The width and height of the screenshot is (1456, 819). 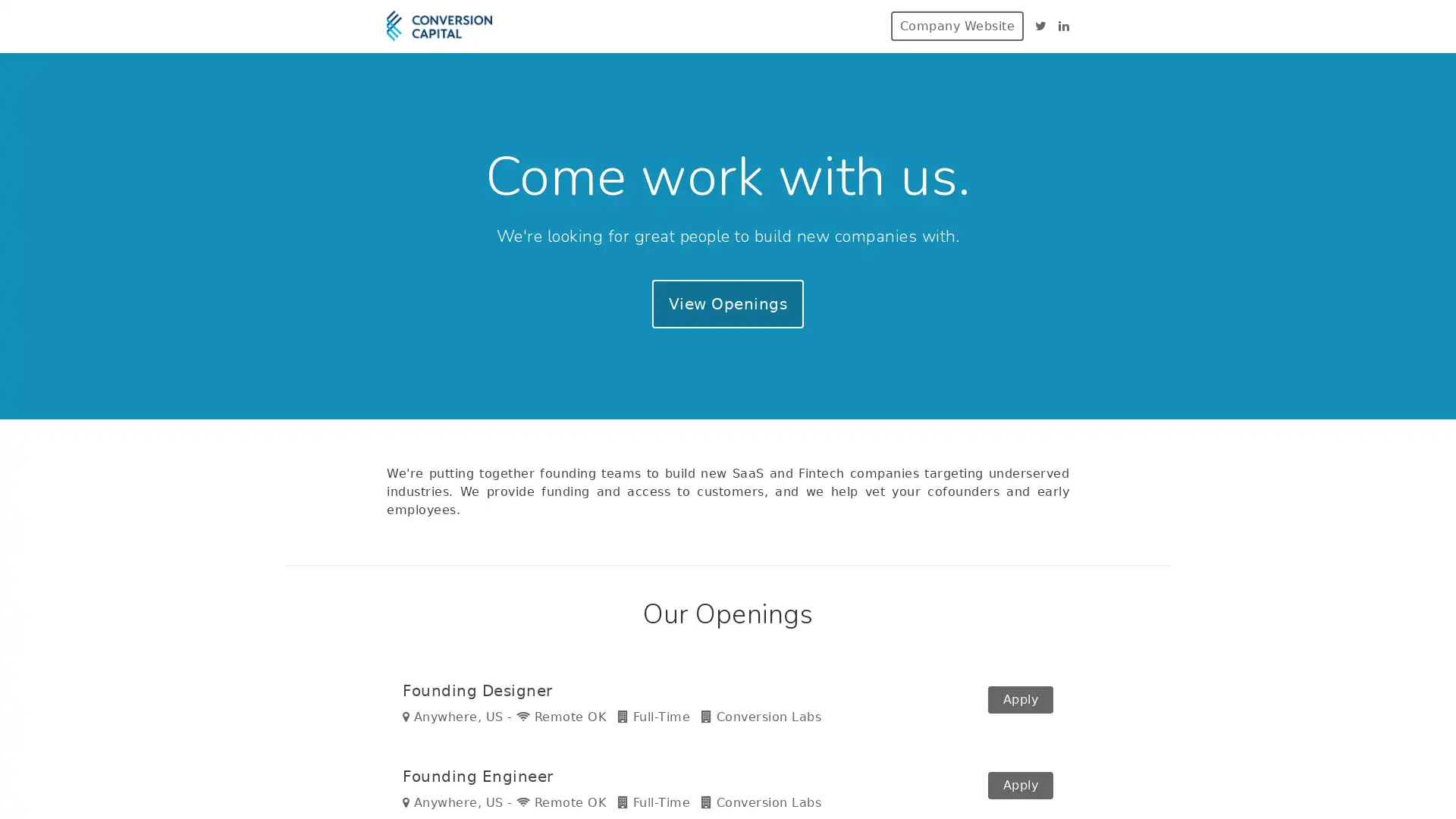 I want to click on Apply, so click(x=1020, y=707).